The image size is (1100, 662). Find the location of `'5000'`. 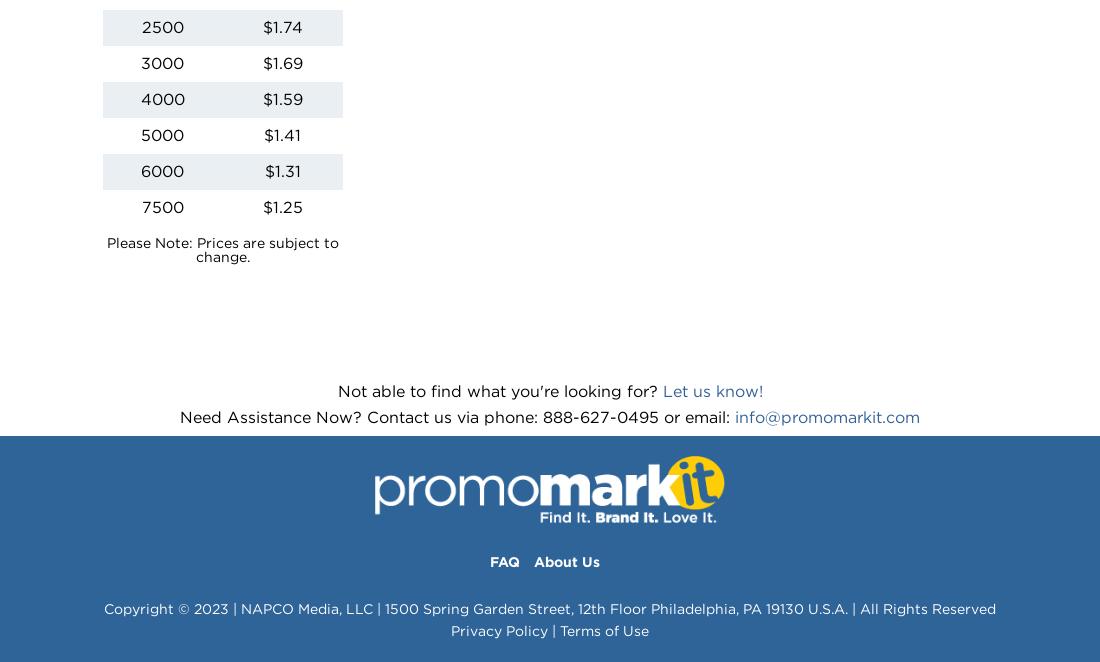

'5000' is located at coordinates (161, 134).